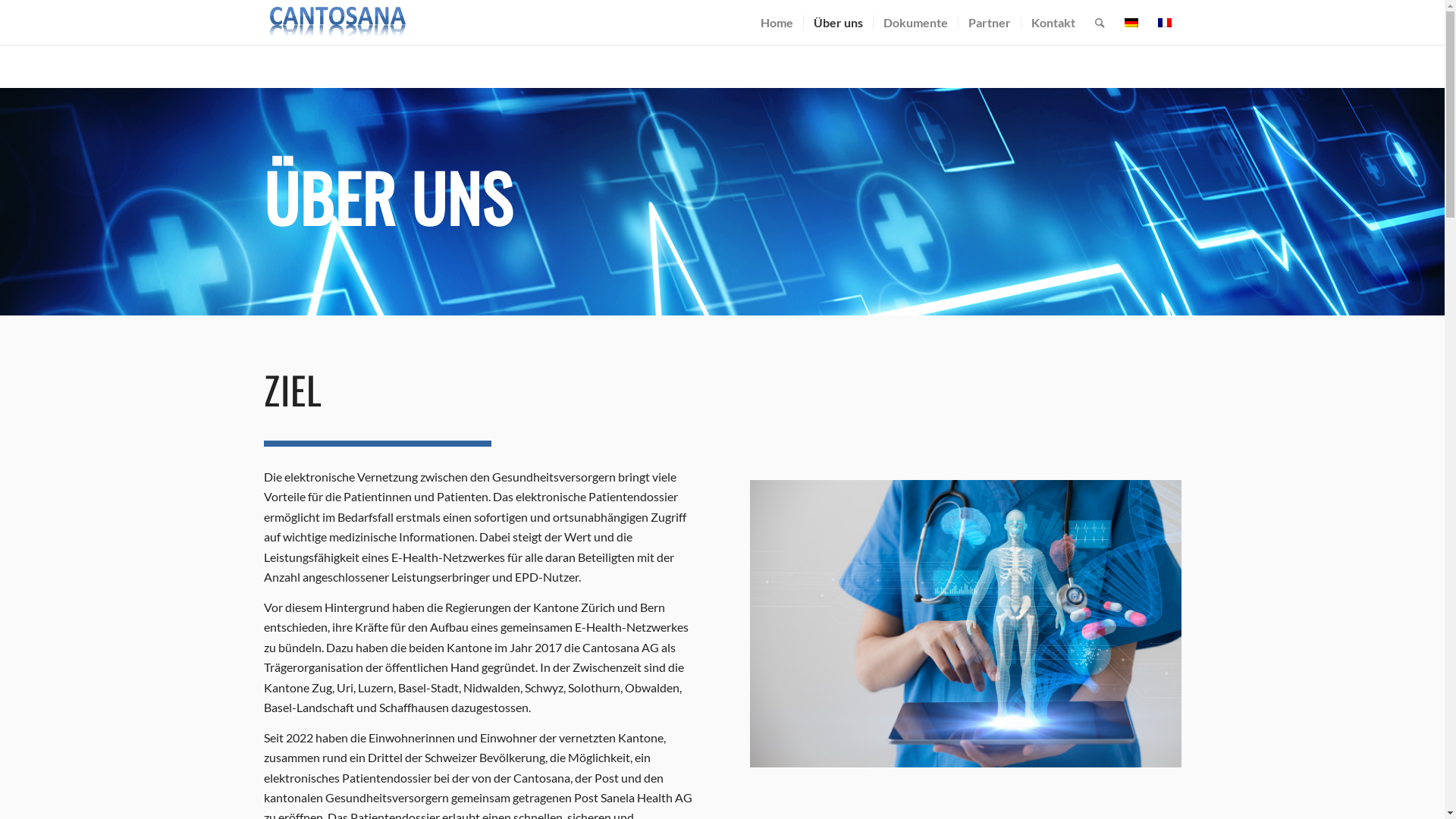  What do you see at coordinates (777, 22) in the screenshot?
I see `'Home'` at bounding box center [777, 22].